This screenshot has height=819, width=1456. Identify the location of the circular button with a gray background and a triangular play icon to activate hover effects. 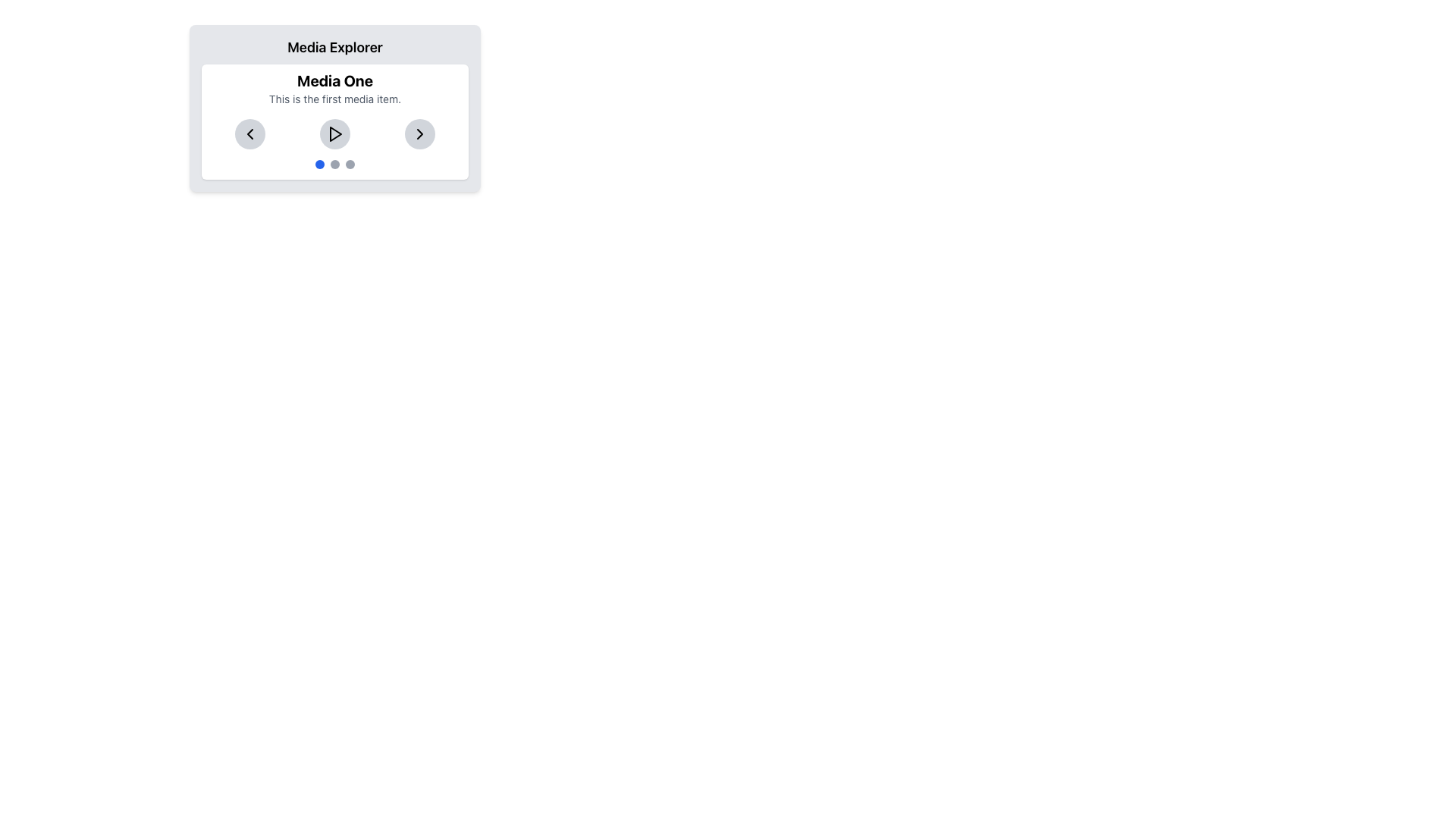
(334, 133).